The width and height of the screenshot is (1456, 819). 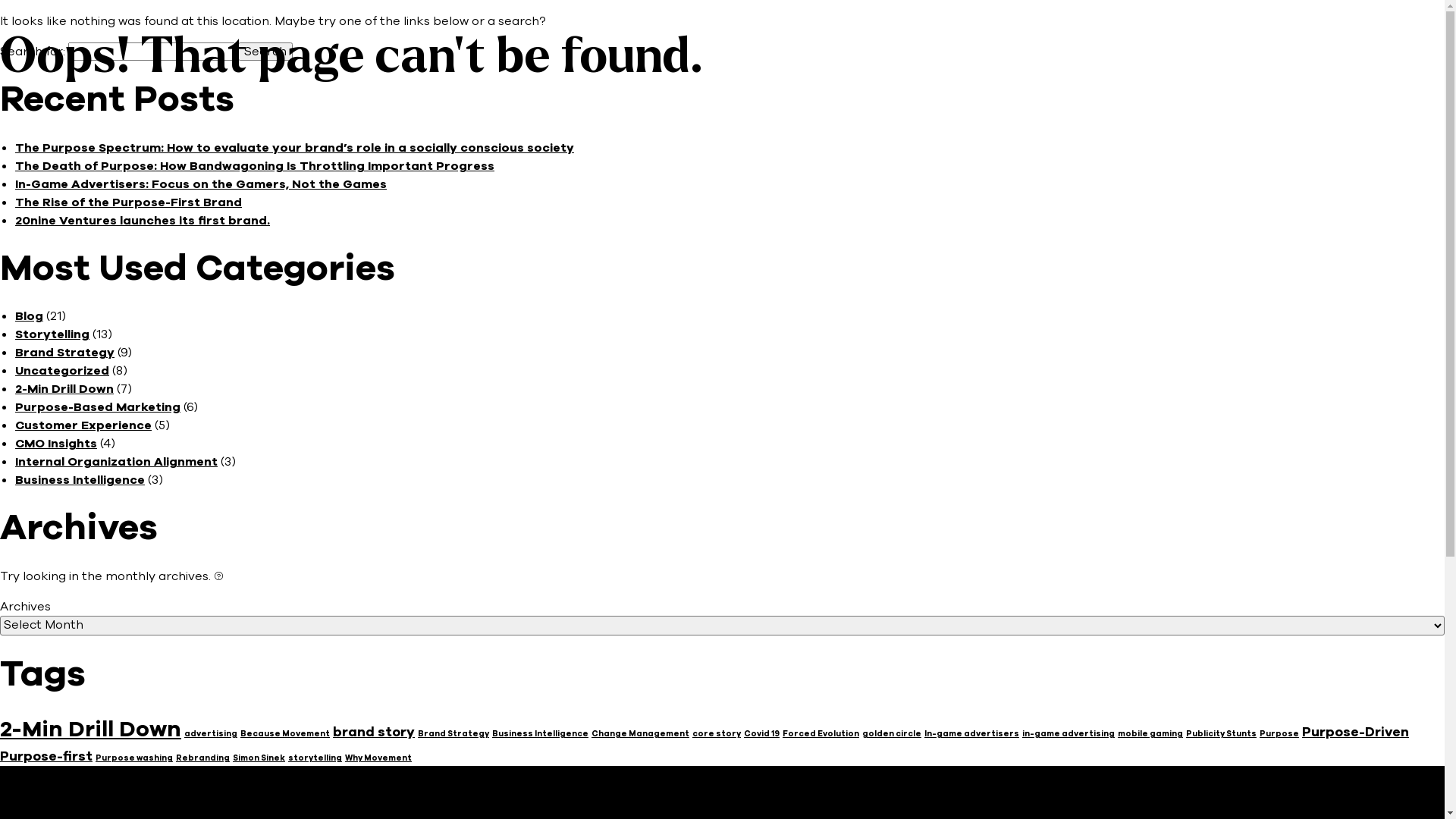 I want to click on 'Change Management', so click(x=640, y=733).